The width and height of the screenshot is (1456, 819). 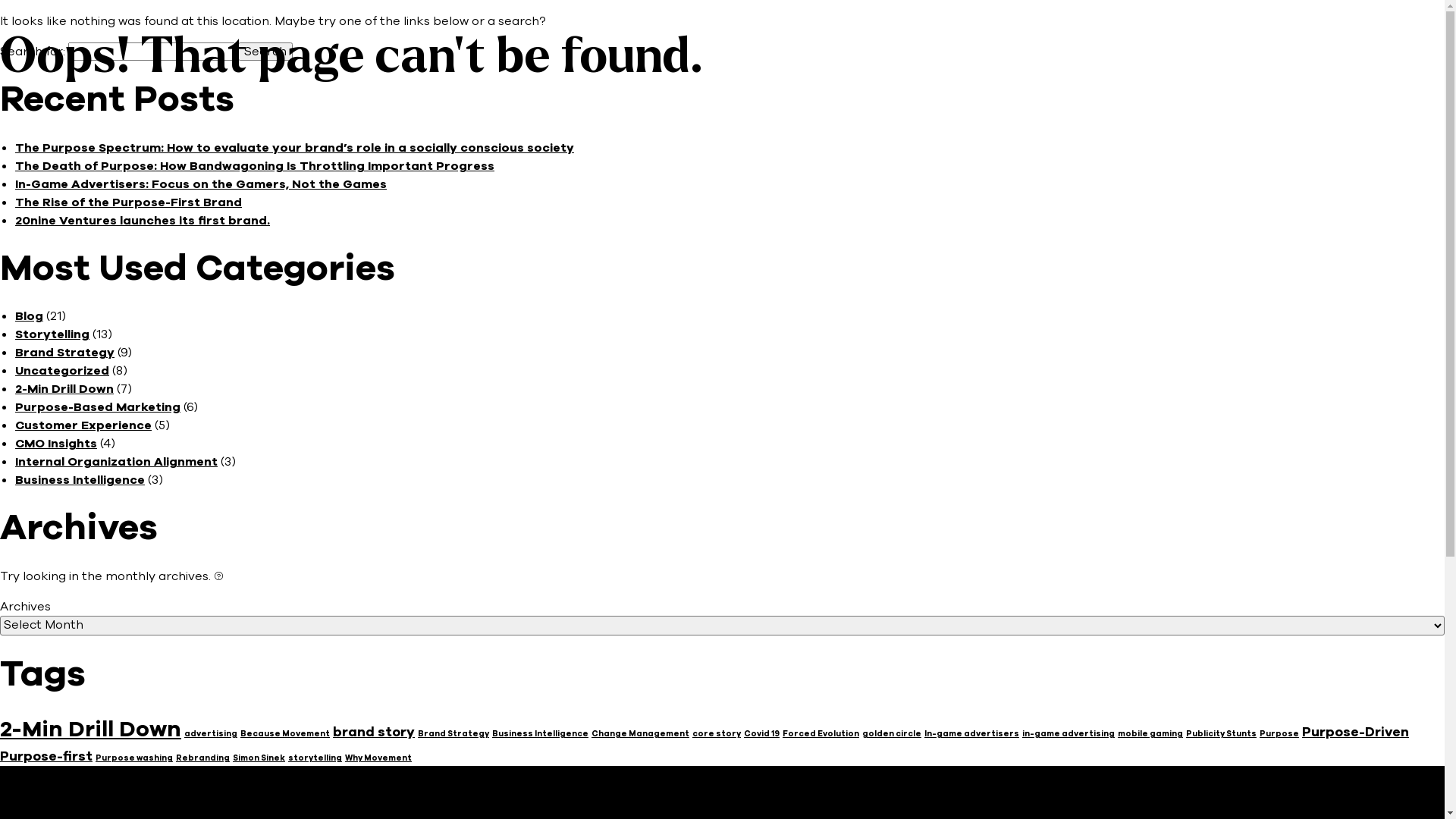 I want to click on 'Change Management', so click(x=640, y=733).